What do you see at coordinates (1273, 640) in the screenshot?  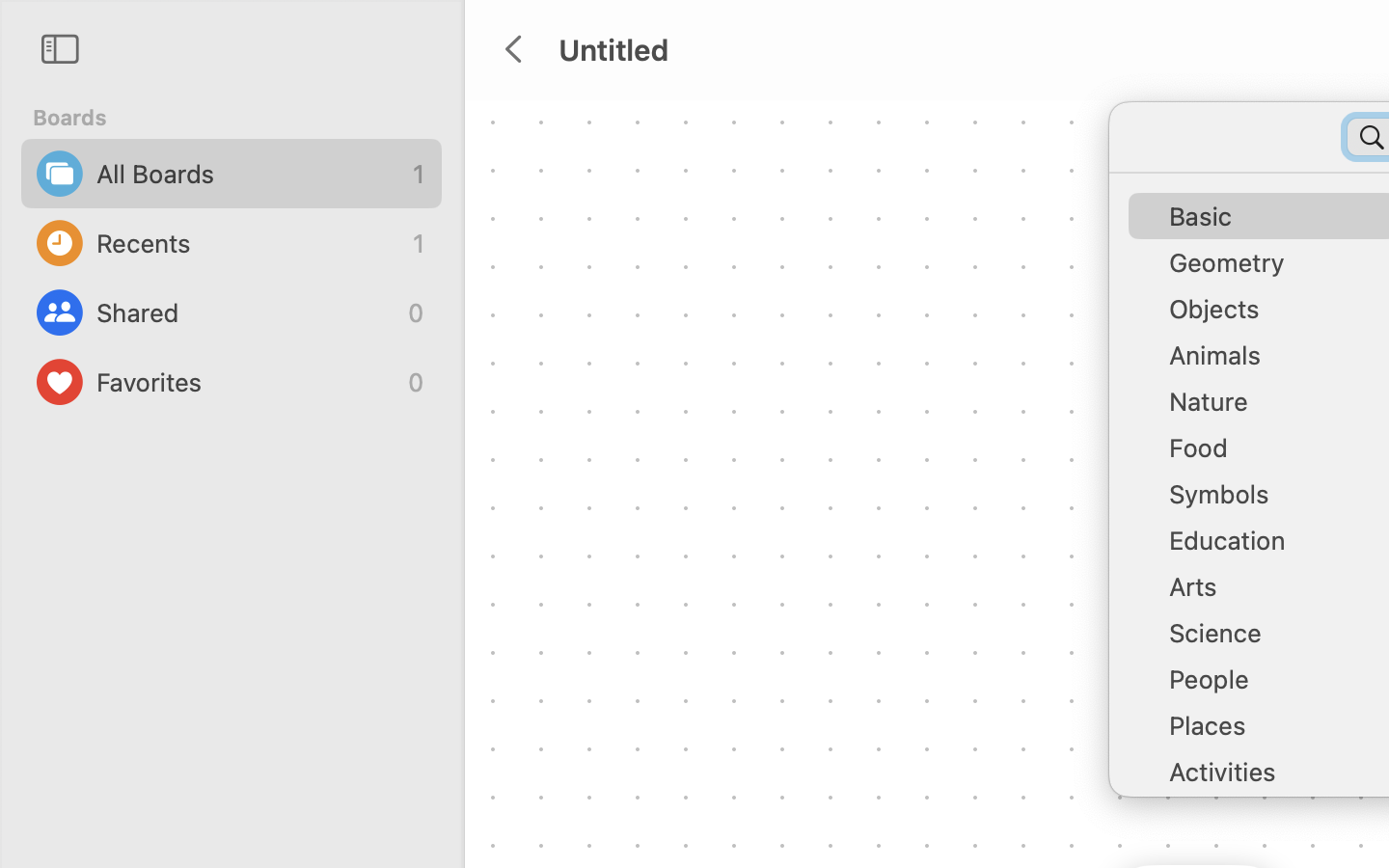 I see `'Science'` at bounding box center [1273, 640].